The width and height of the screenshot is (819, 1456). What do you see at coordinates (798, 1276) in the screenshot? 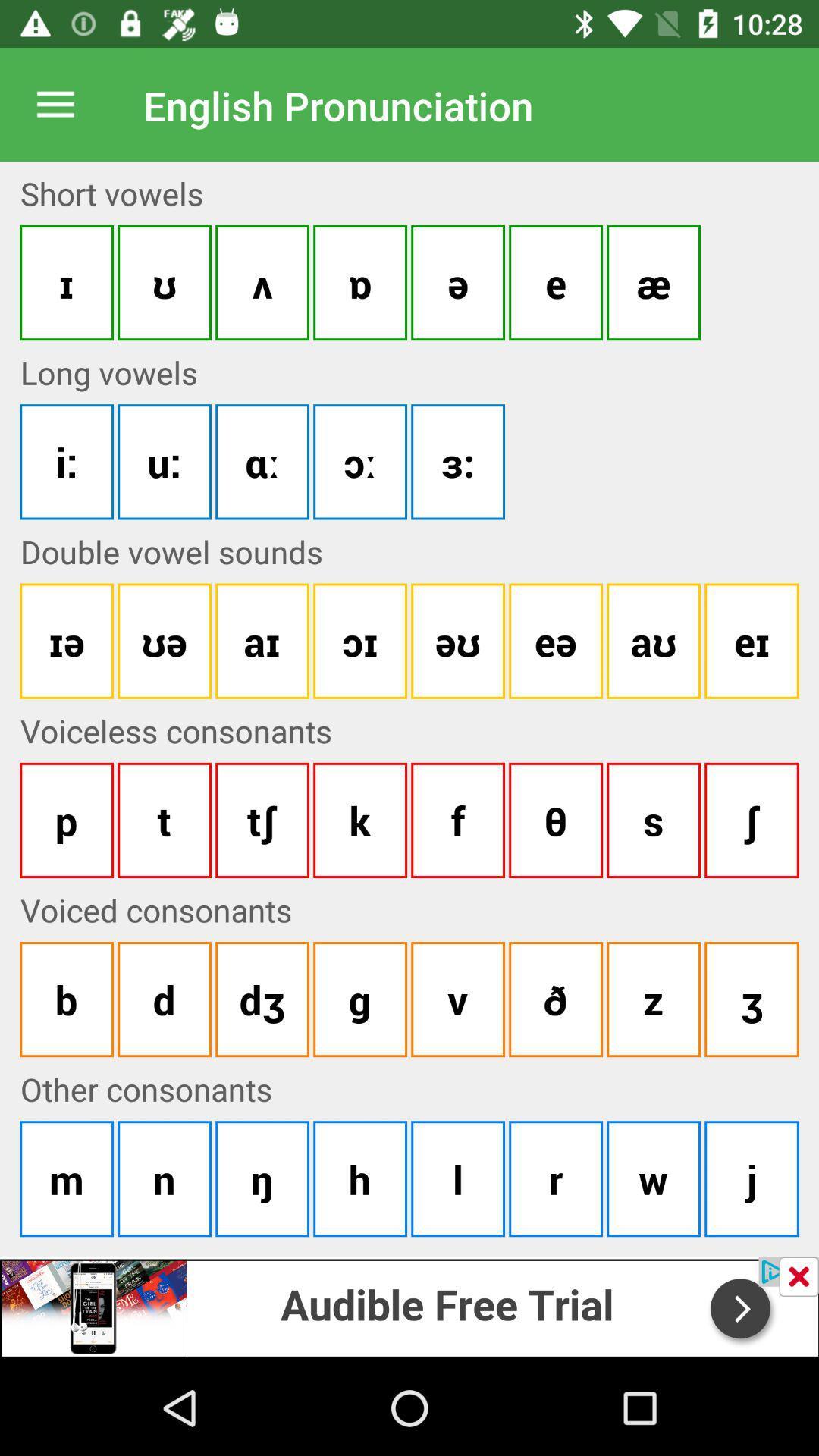
I see `the close icon` at bounding box center [798, 1276].